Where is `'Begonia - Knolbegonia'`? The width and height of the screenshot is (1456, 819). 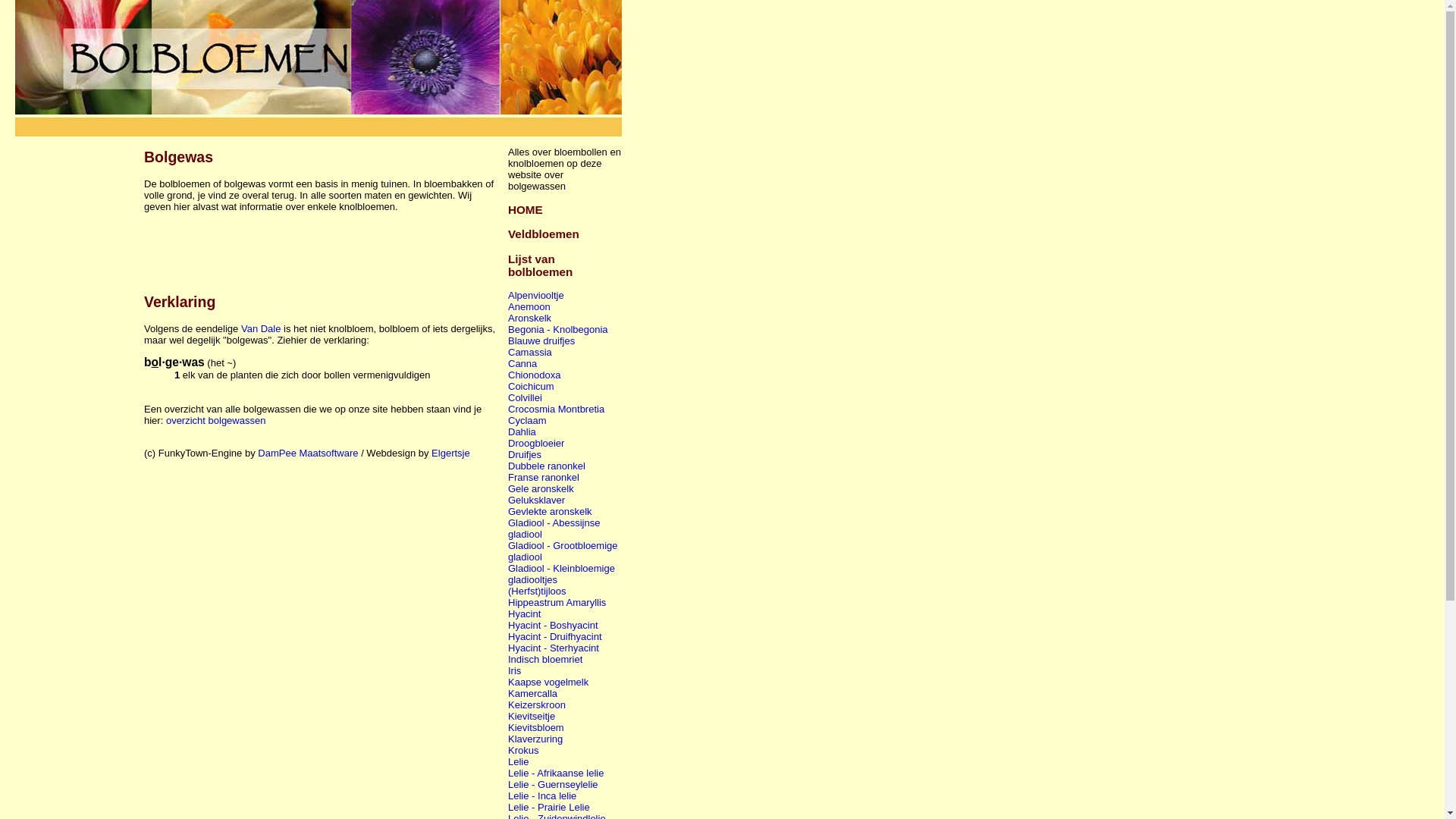 'Begonia - Knolbegonia' is located at coordinates (557, 328).